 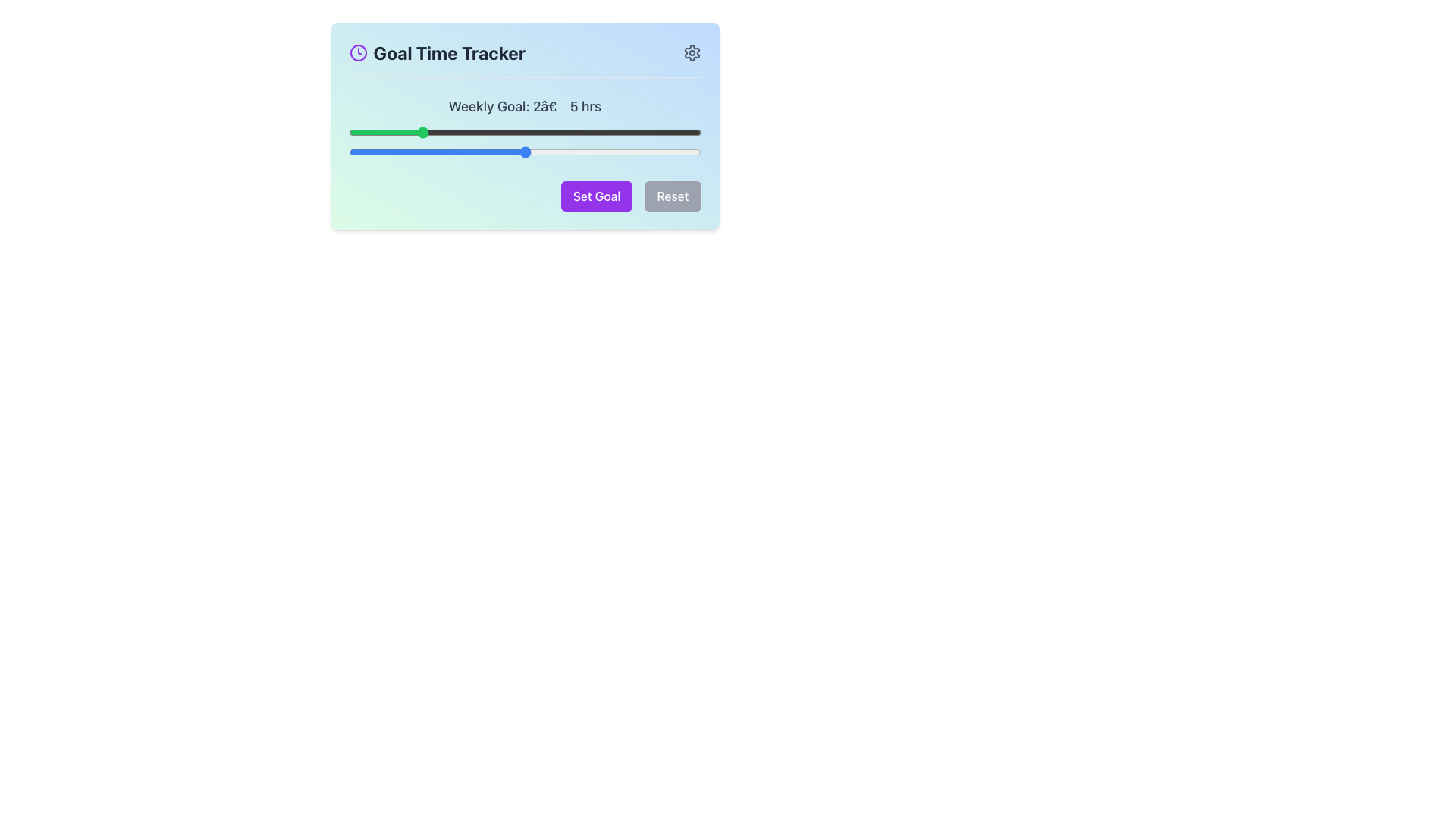 I want to click on the slider value, so click(x=630, y=152).